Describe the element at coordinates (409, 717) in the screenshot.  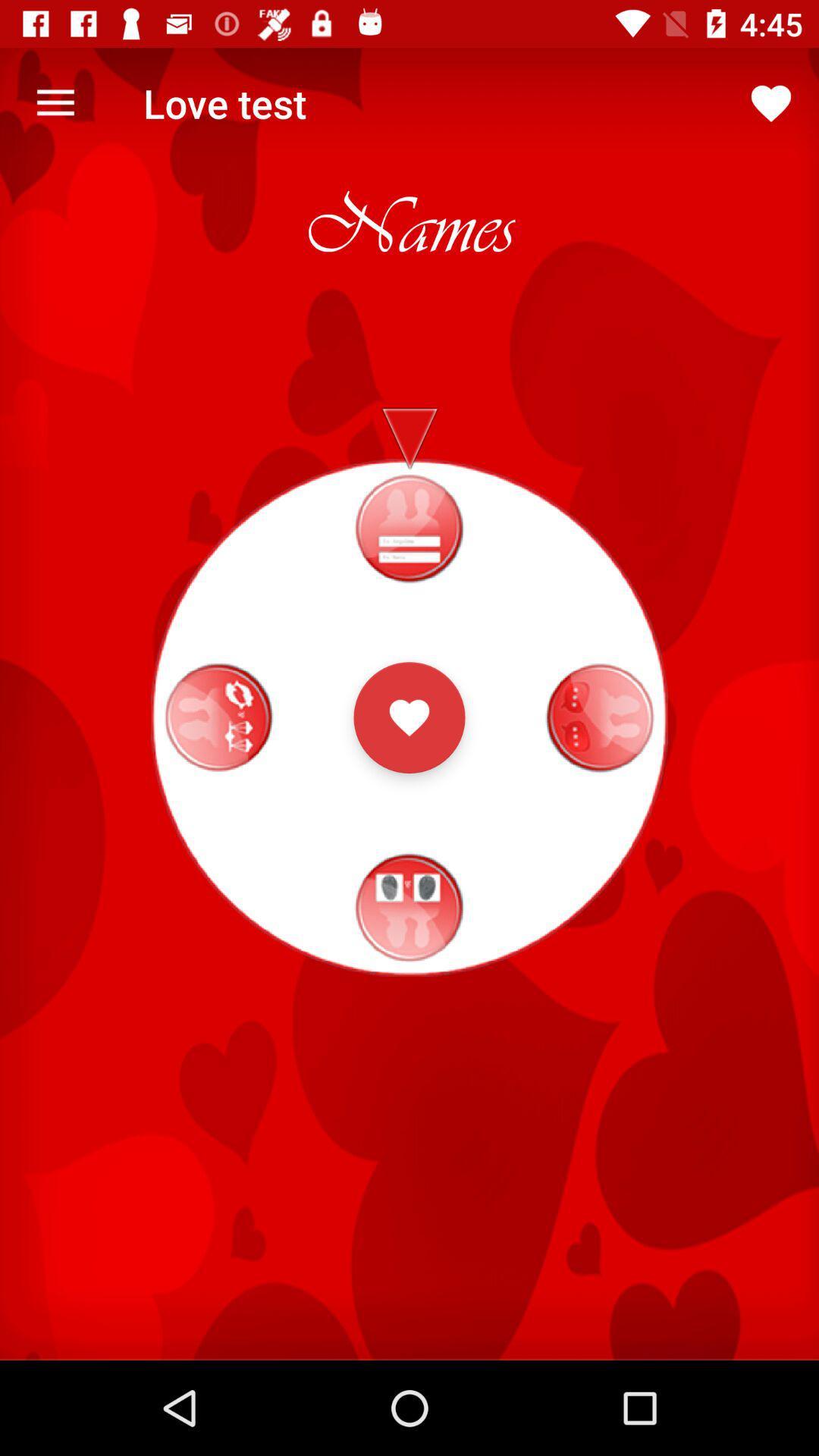
I see `the favorite icon` at that location.